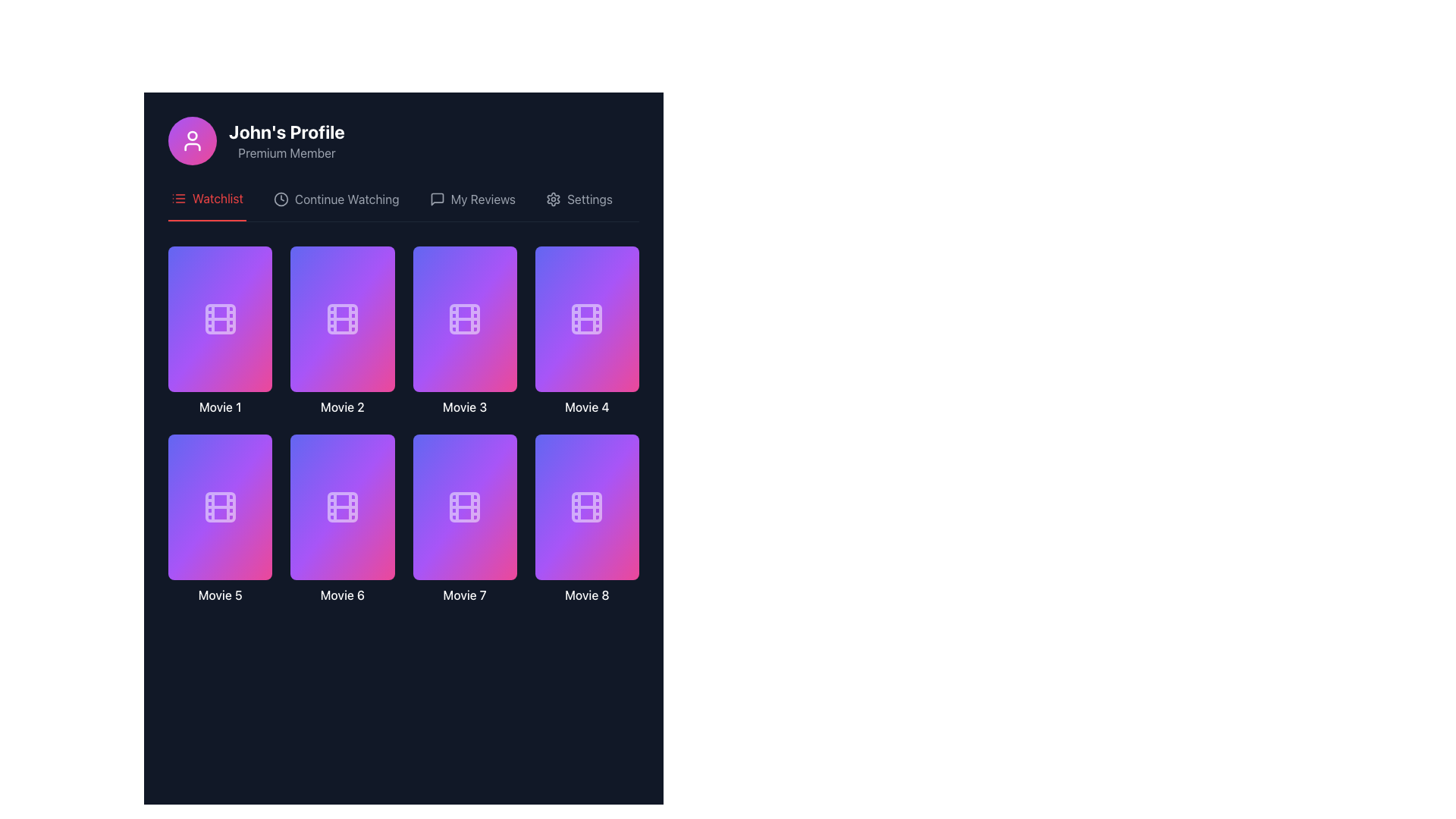 Image resolution: width=1456 pixels, height=819 pixels. I want to click on the text label identifying the movie titled 'Movie 6', which is located at the bottom of the sixth movie tile in the grid display, so click(341, 595).